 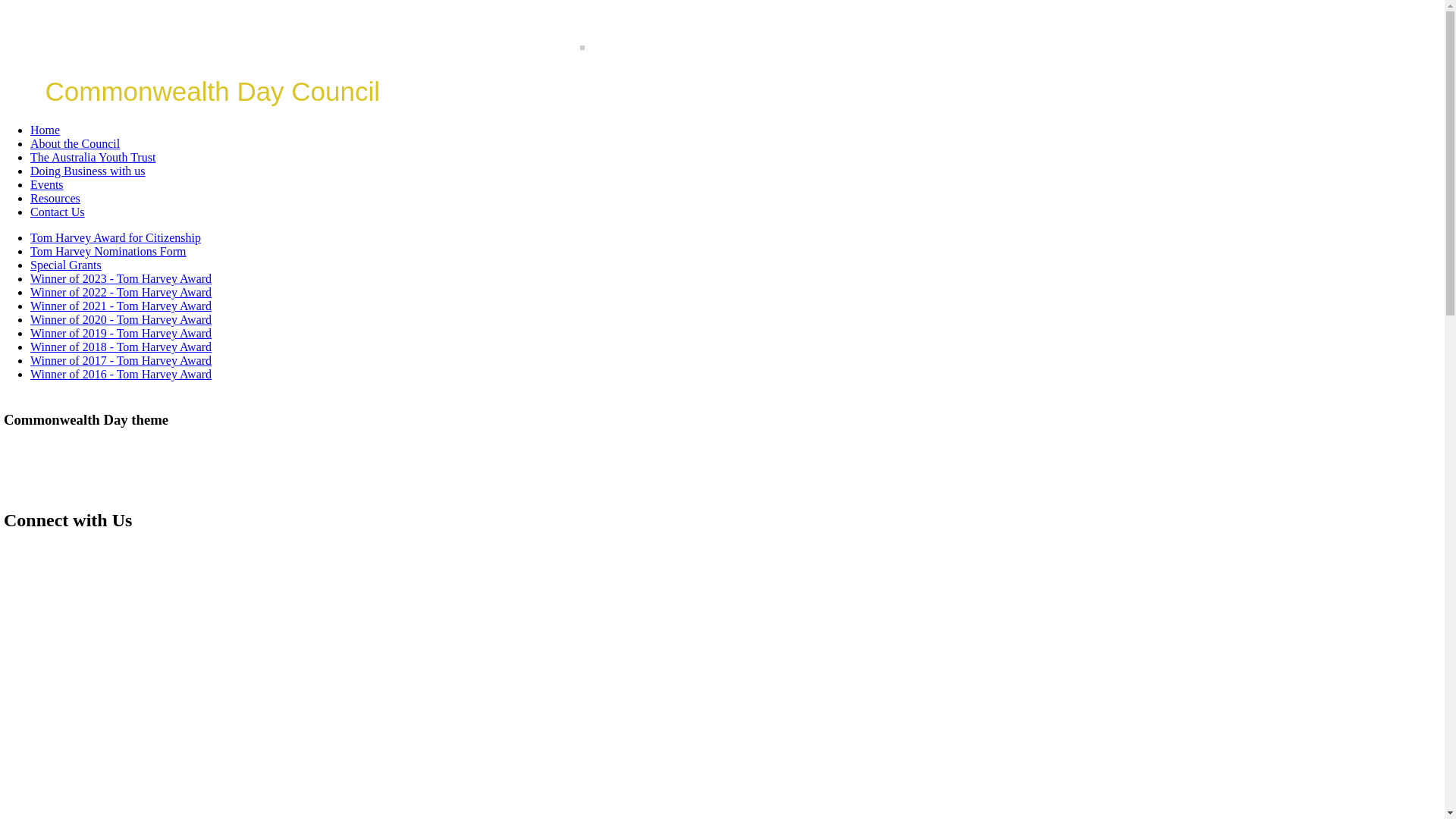 I want to click on 'Contact Us', so click(x=58, y=212).